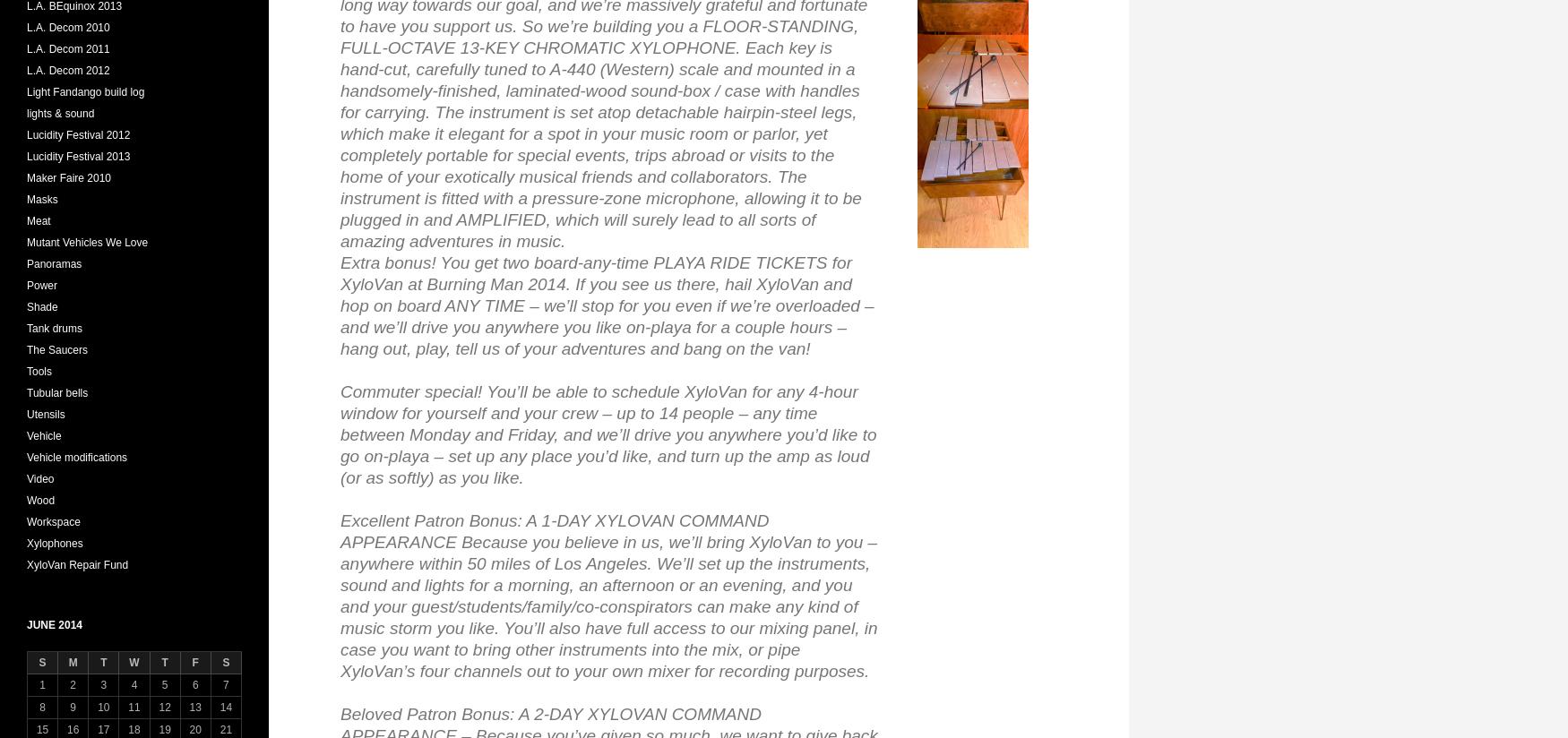  What do you see at coordinates (25, 26) in the screenshot?
I see `'L.A. Decom 2010'` at bounding box center [25, 26].